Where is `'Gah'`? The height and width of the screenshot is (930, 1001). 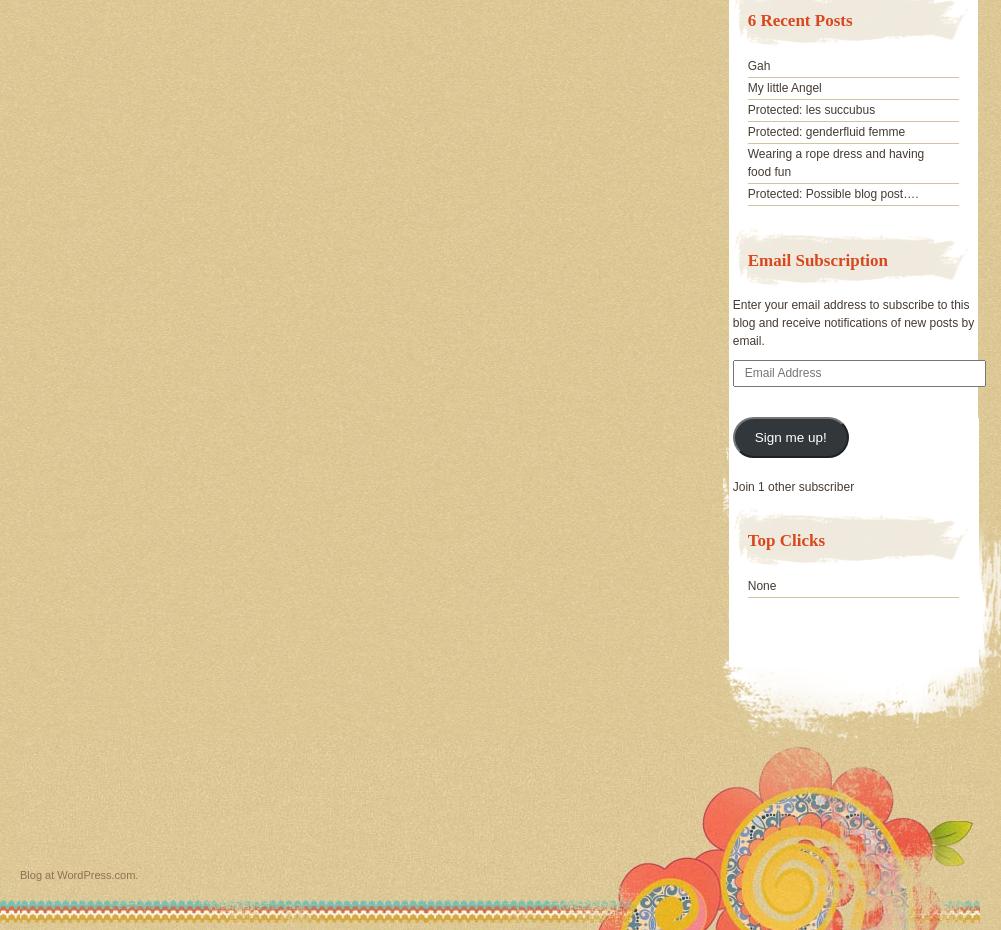 'Gah' is located at coordinates (758, 65).